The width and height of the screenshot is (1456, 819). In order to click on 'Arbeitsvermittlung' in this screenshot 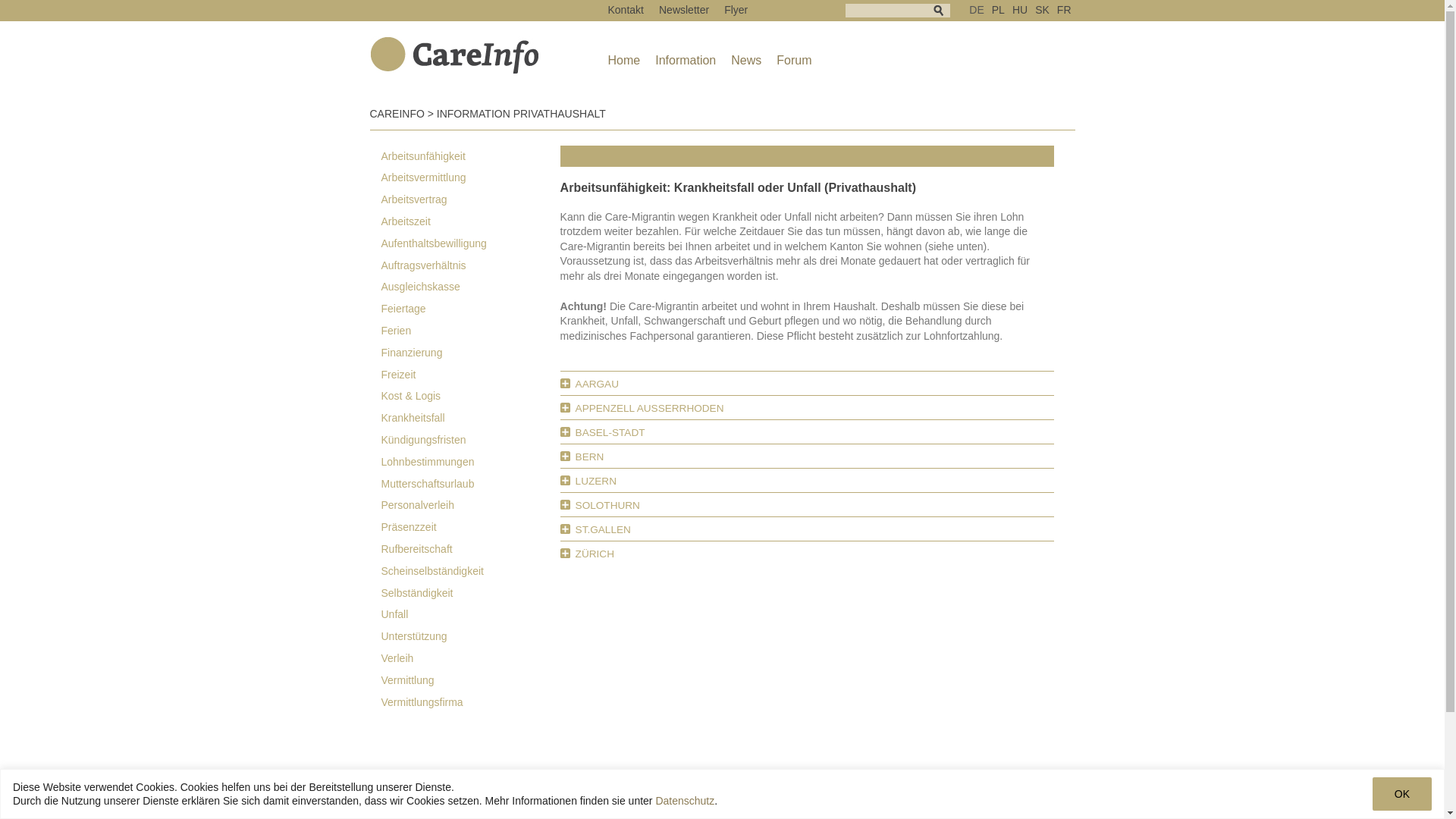, I will do `click(469, 177)`.